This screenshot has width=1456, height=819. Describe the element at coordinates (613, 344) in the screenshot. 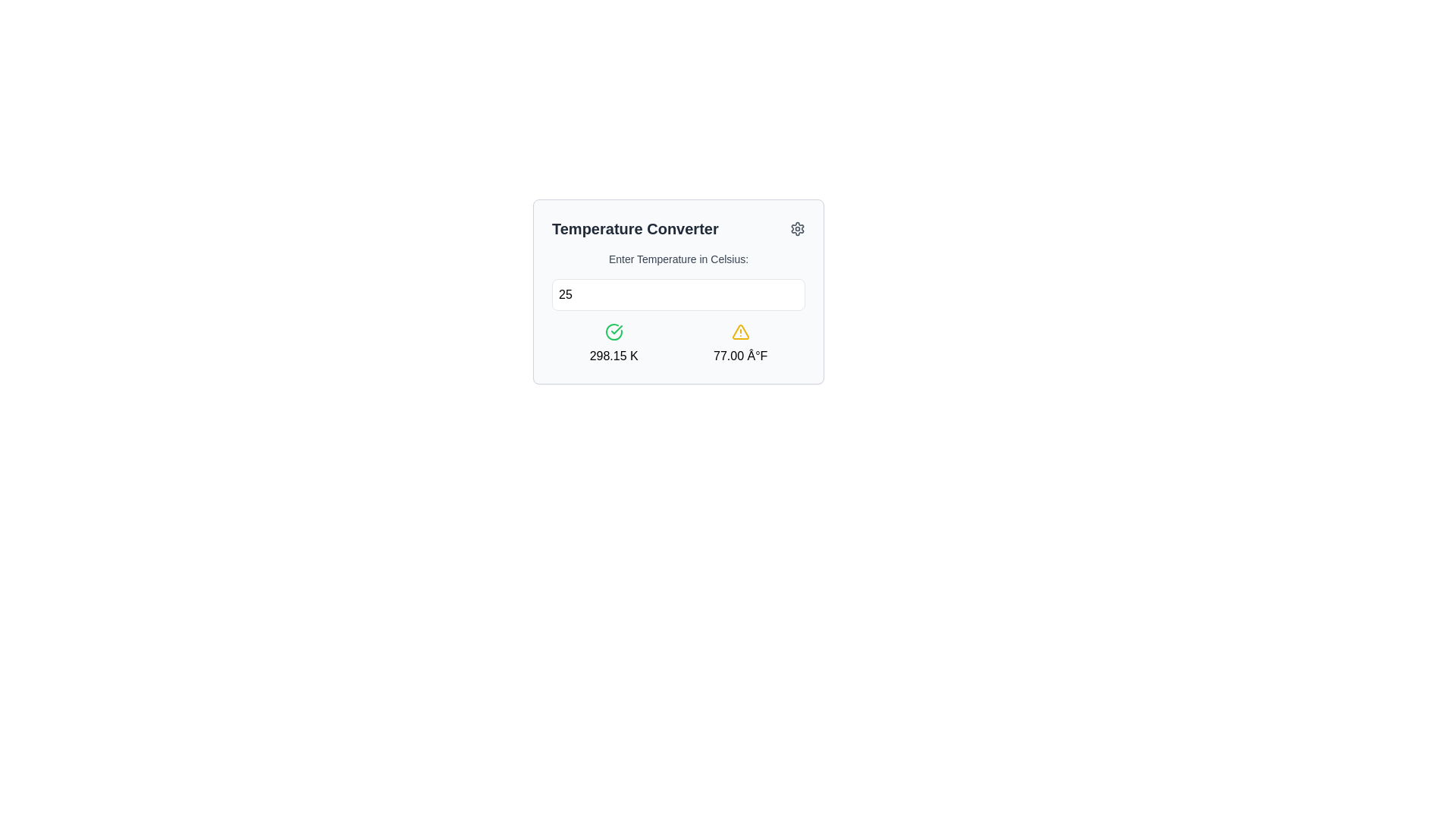

I see `the informational label displaying the temperature value in Kelvin, which is located in the left column of a two-column layout and is identified by the decorative checkmark icon above it` at that location.